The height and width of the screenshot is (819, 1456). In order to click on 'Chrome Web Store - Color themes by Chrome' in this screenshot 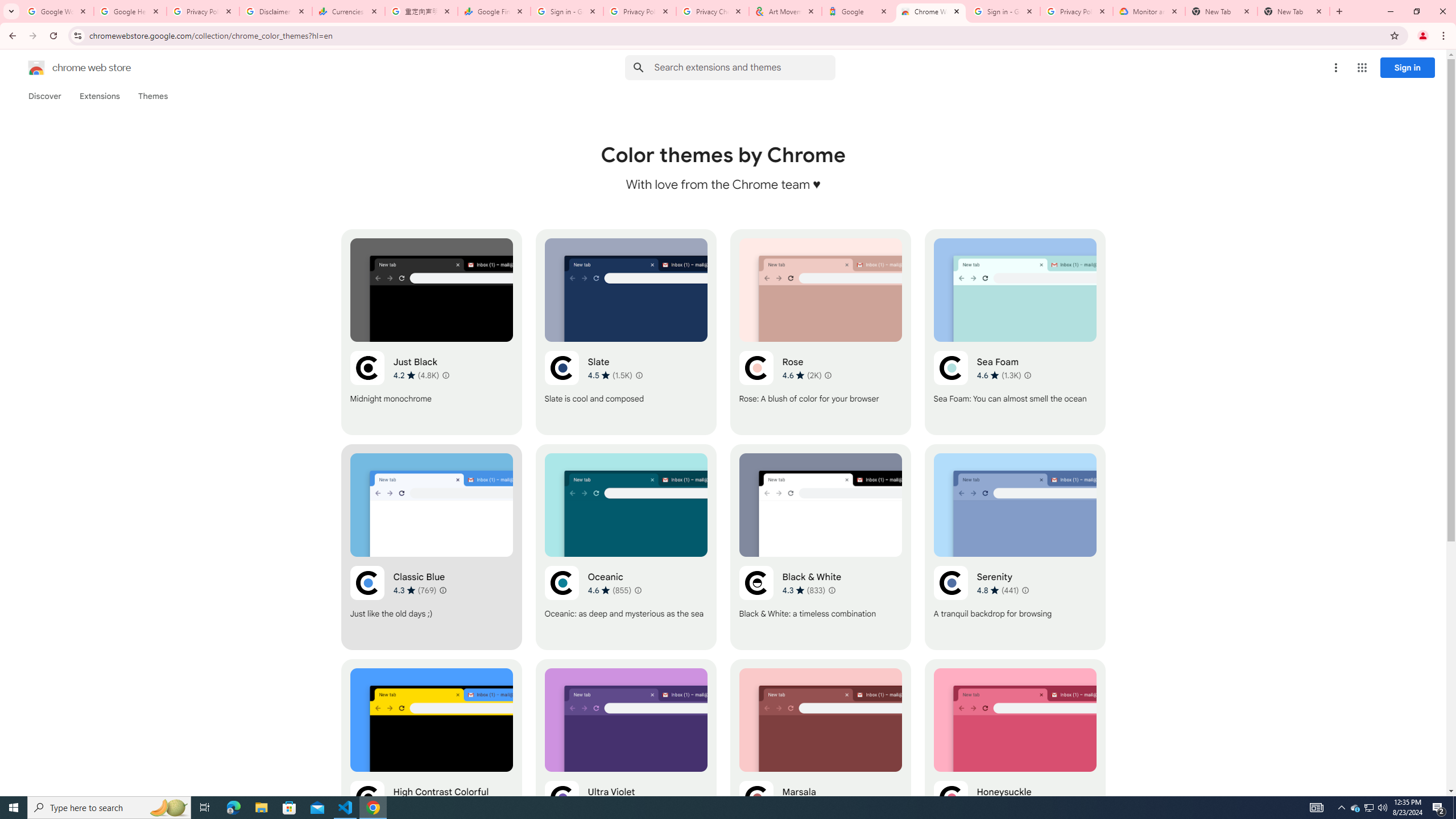, I will do `click(930, 11)`.